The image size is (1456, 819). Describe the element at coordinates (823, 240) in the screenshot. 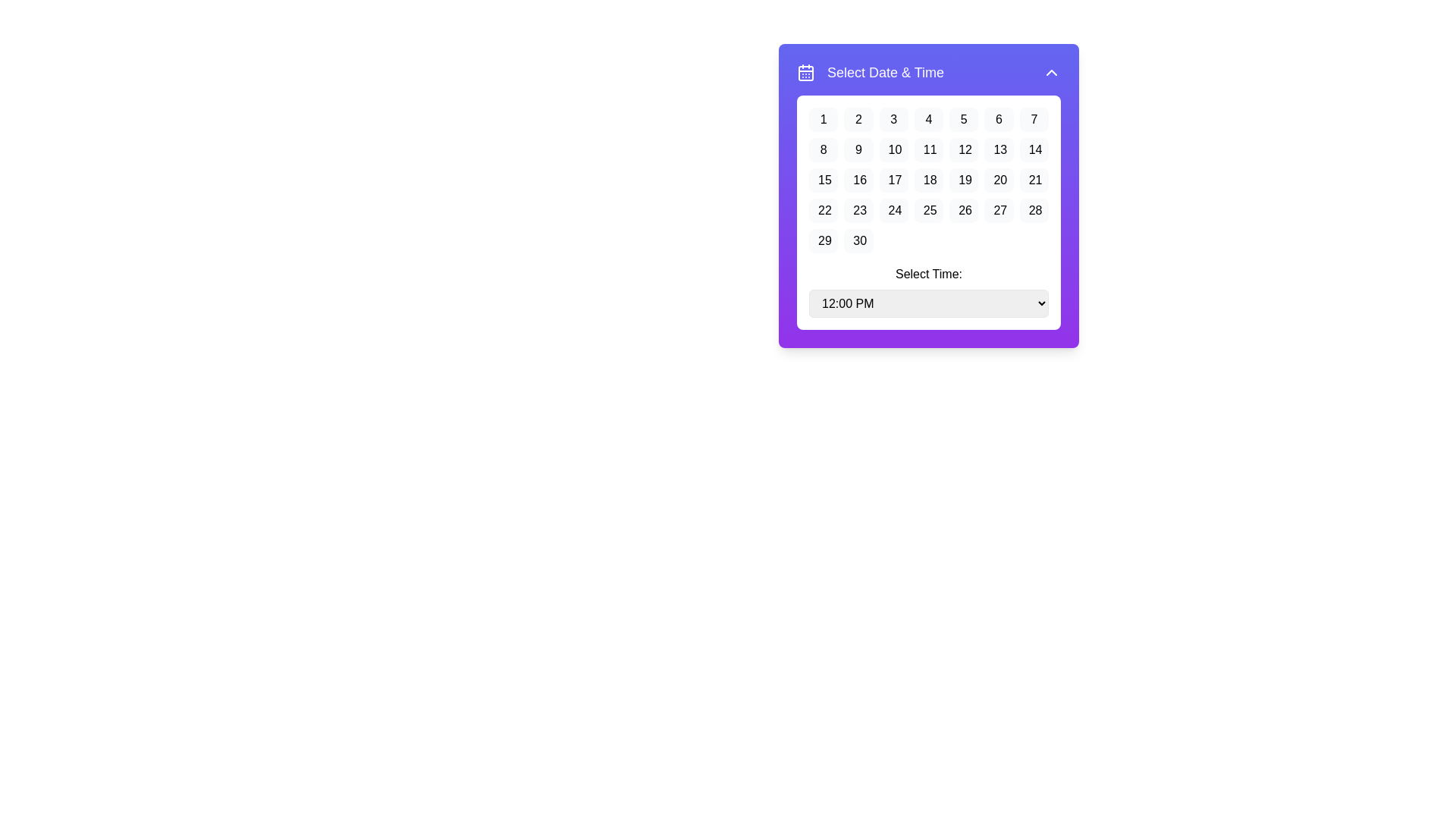

I see `the date selection button located in the 6th row, 1st column of the grid layout to change its background color` at that location.